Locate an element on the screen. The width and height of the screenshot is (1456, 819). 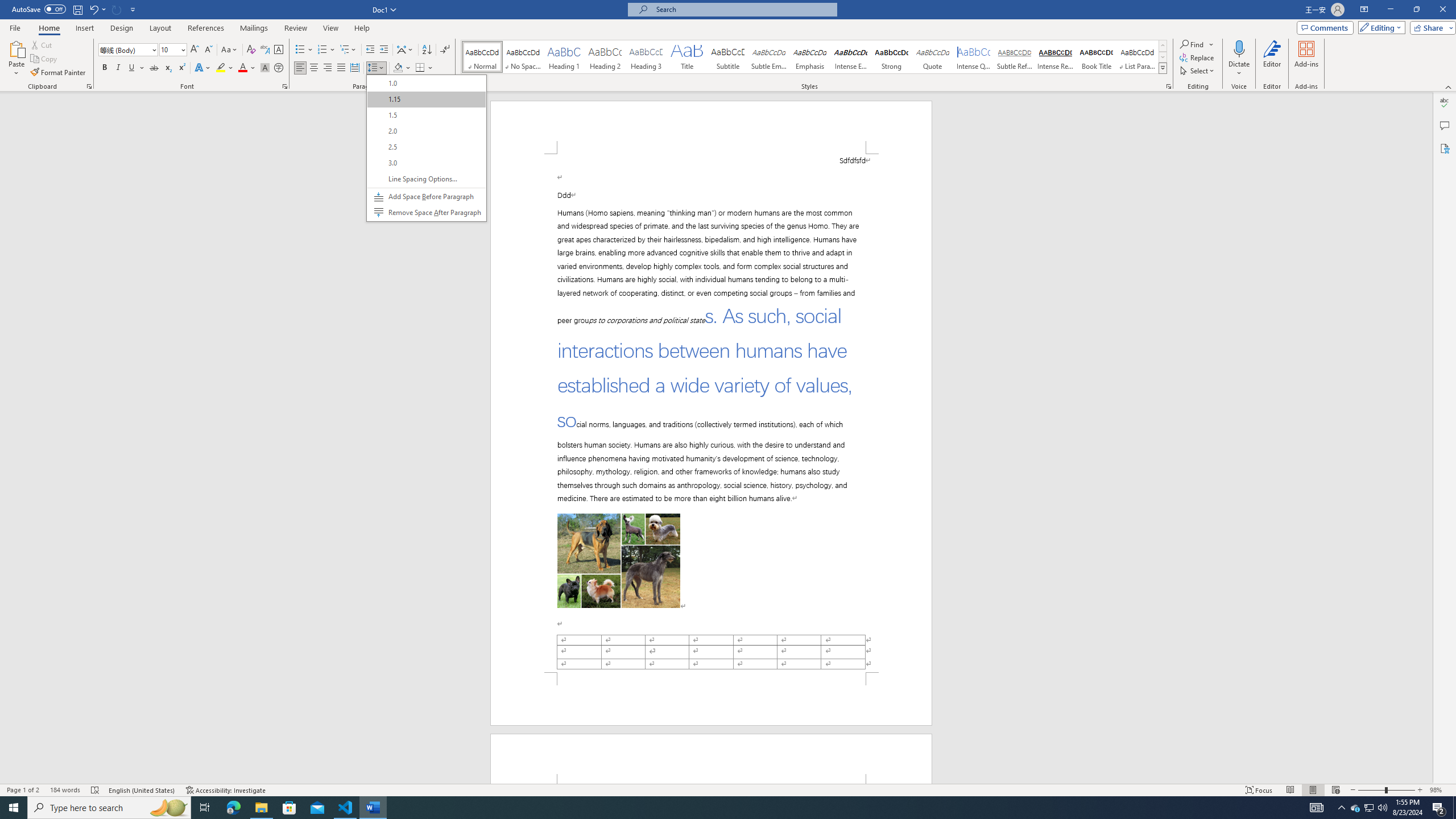
'Character Shading' is located at coordinates (264, 67).